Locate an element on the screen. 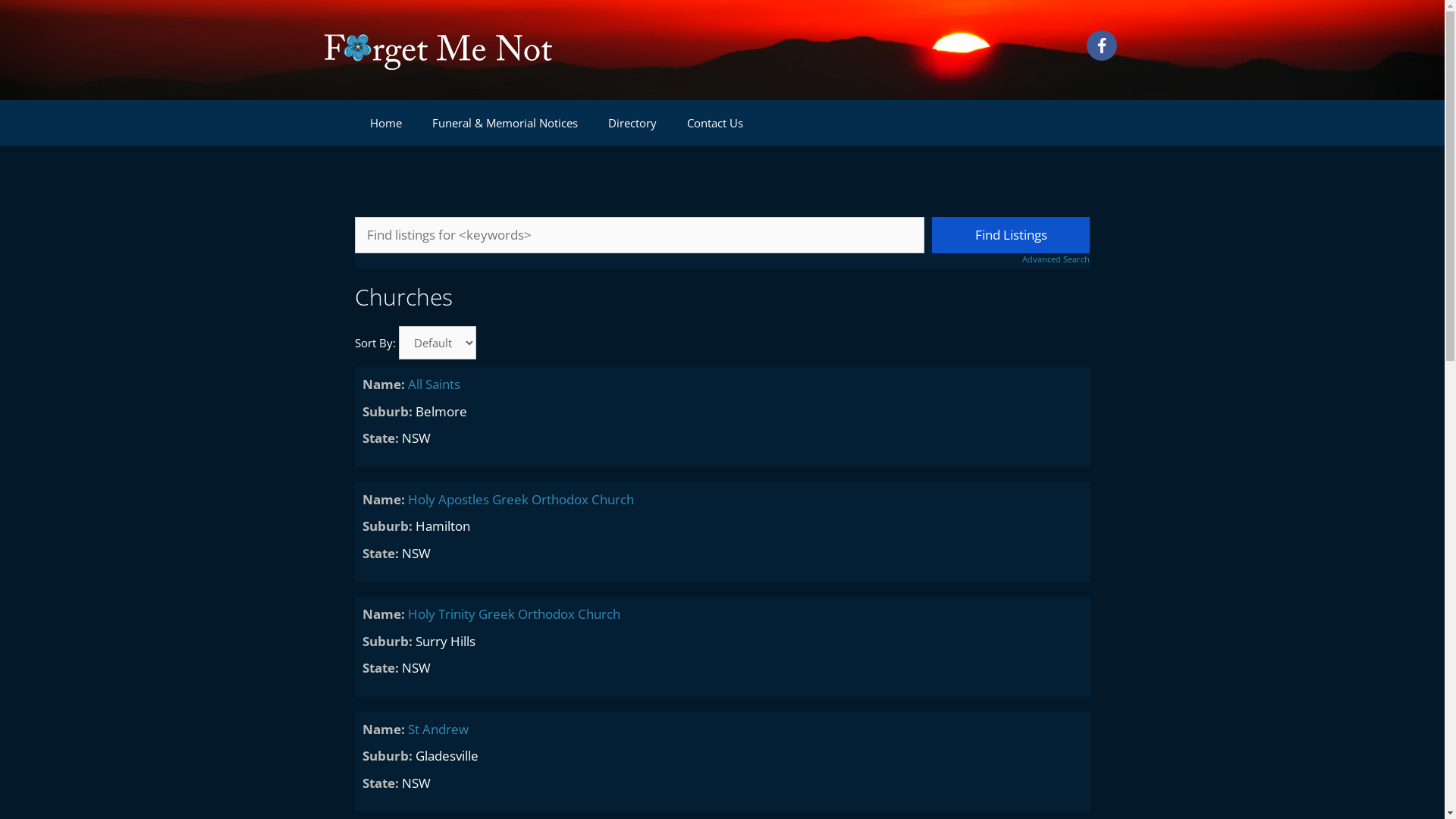 Image resolution: width=1456 pixels, height=819 pixels. 'All Saints' is located at coordinates (433, 383).